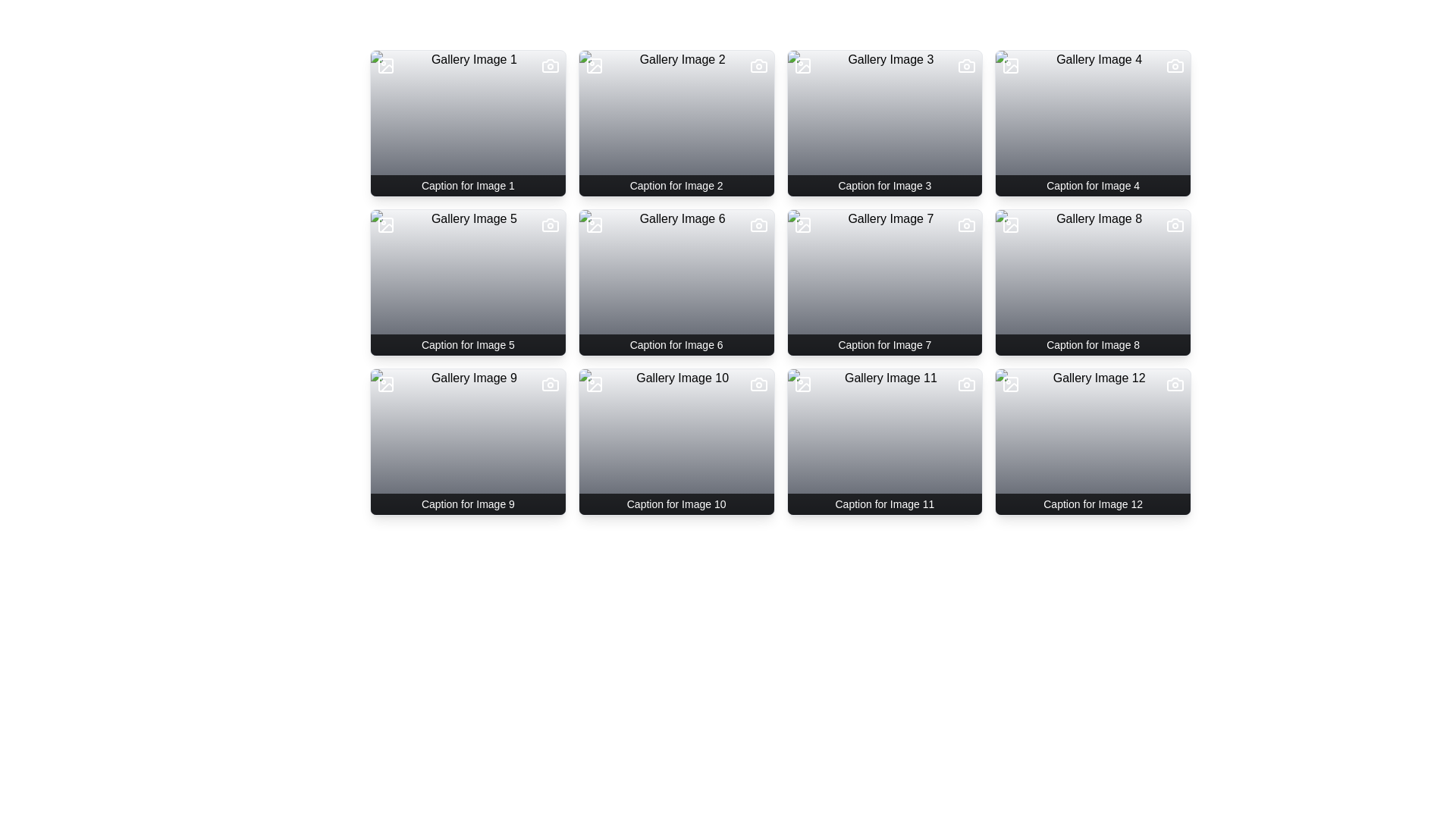  Describe the element at coordinates (549, 383) in the screenshot. I see `the camera icon button located at the top-right corner of the card for 'Caption for Image 9'` at that location.